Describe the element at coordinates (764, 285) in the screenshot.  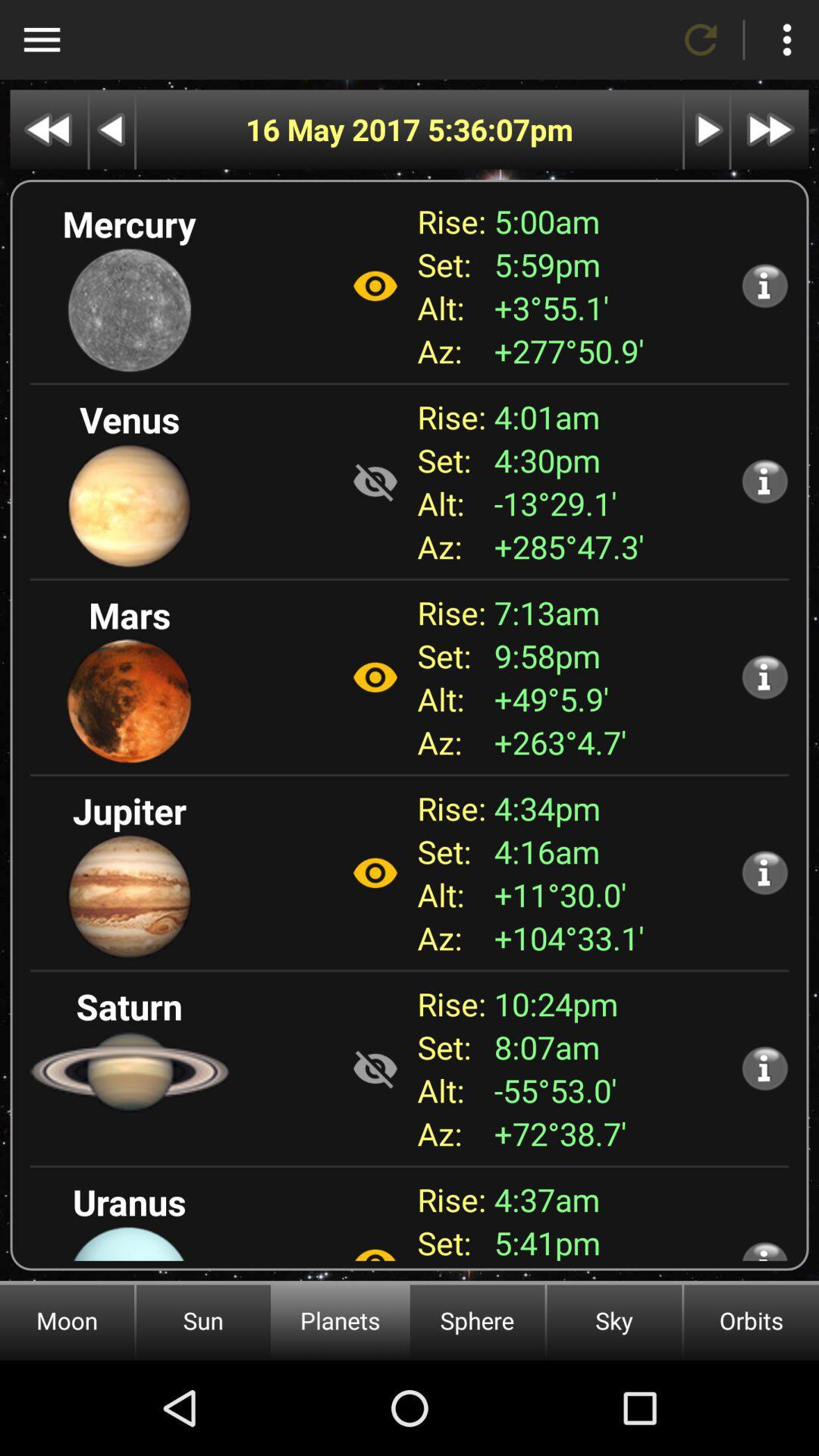
I see `additional information` at that location.